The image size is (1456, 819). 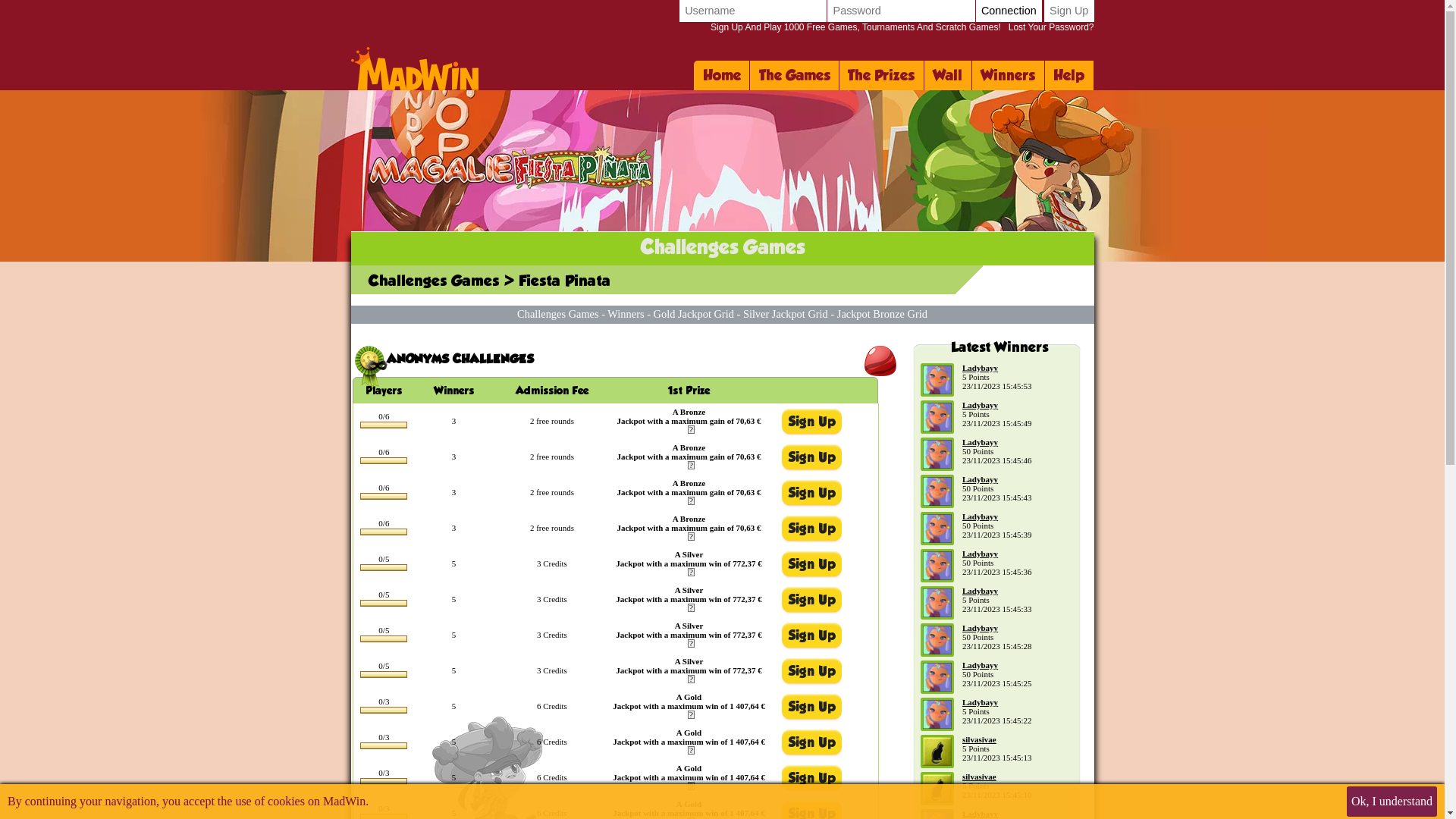 I want to click on 'Ladybayy', so click(x=980, y=368).